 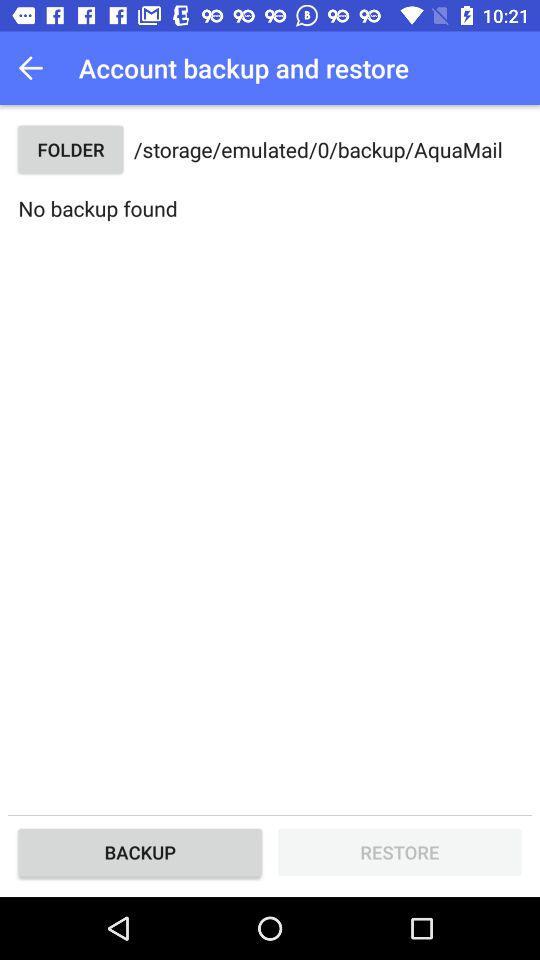 What do you see at coordinates (69, 148) in the screenshot?
I see `the item next to storage emulated 0 item` at bounding box center [69, 148].